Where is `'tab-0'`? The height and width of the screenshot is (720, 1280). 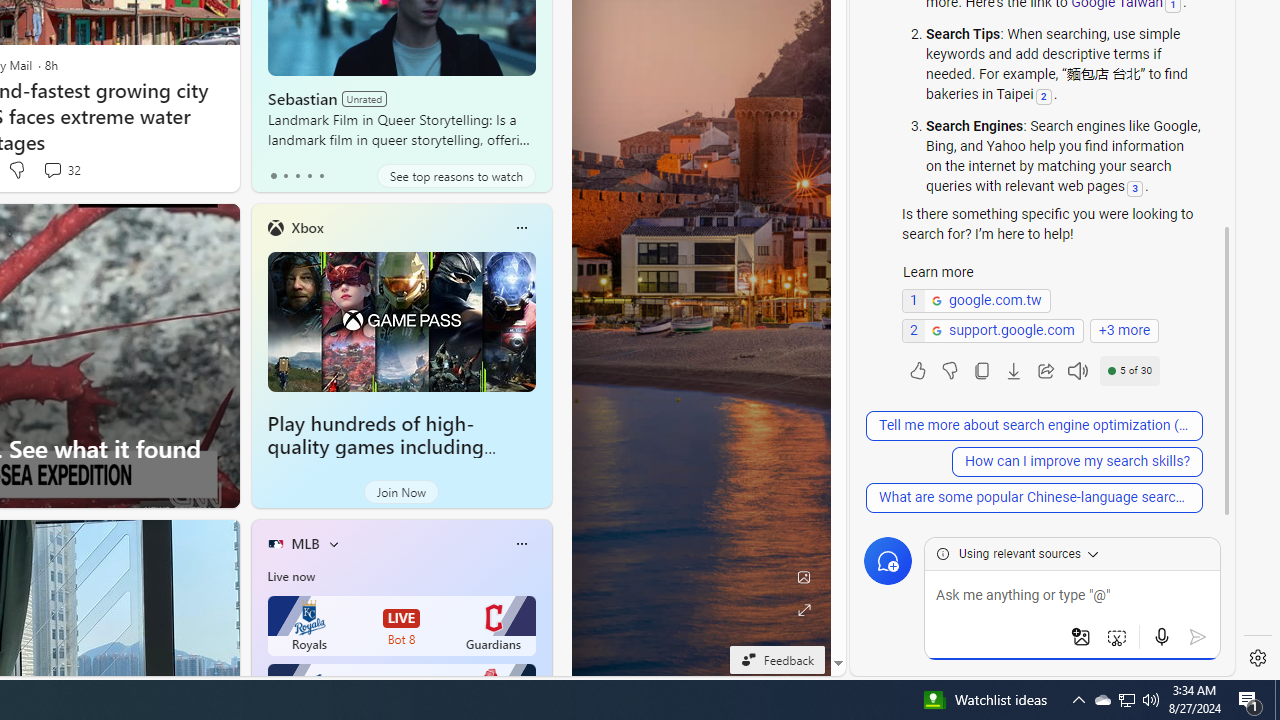
'tab-0' is located at coordinates (272, 175).